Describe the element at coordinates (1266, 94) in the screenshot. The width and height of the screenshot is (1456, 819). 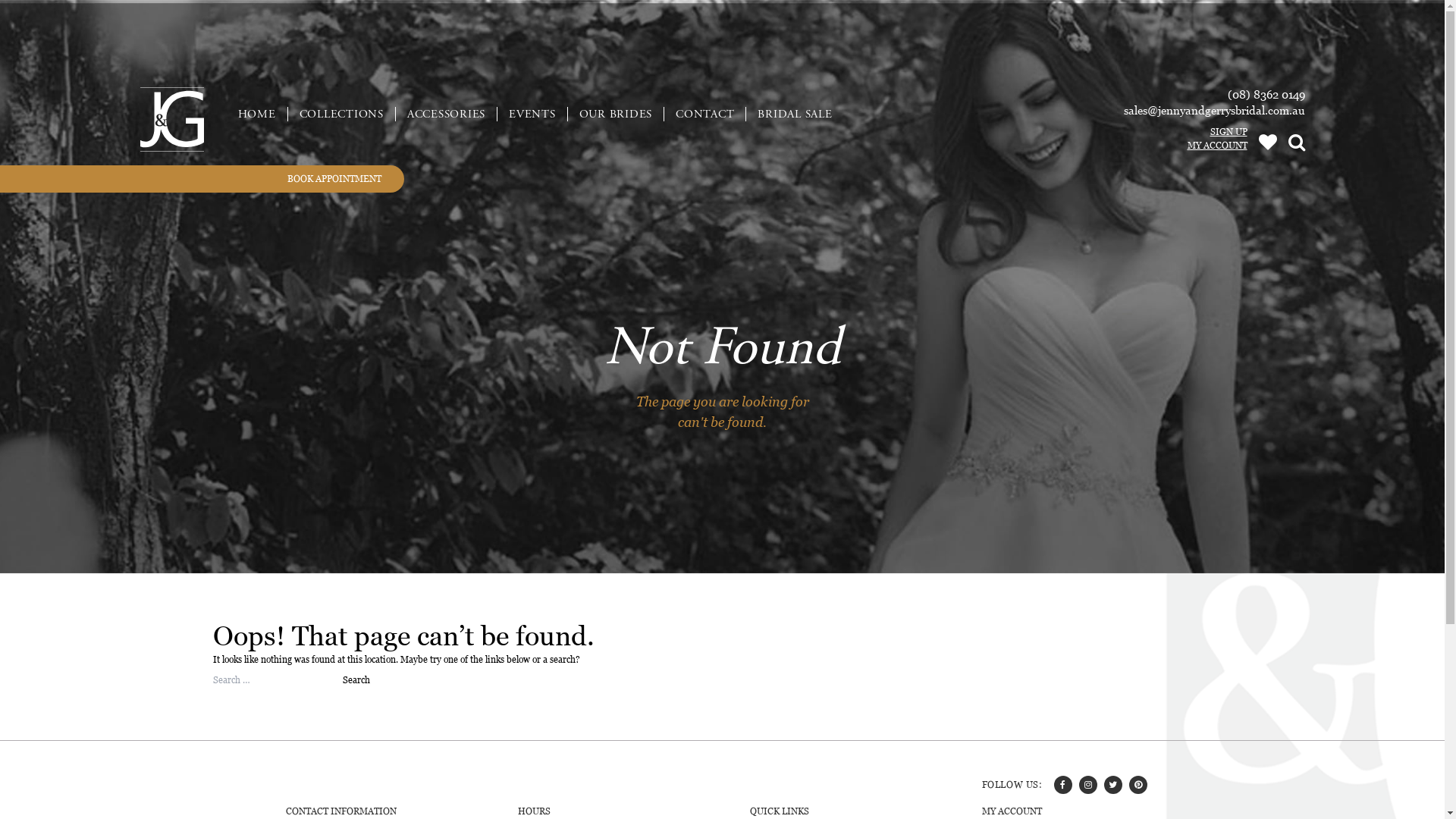
I see `'(08) 8362 0149'` at that location.